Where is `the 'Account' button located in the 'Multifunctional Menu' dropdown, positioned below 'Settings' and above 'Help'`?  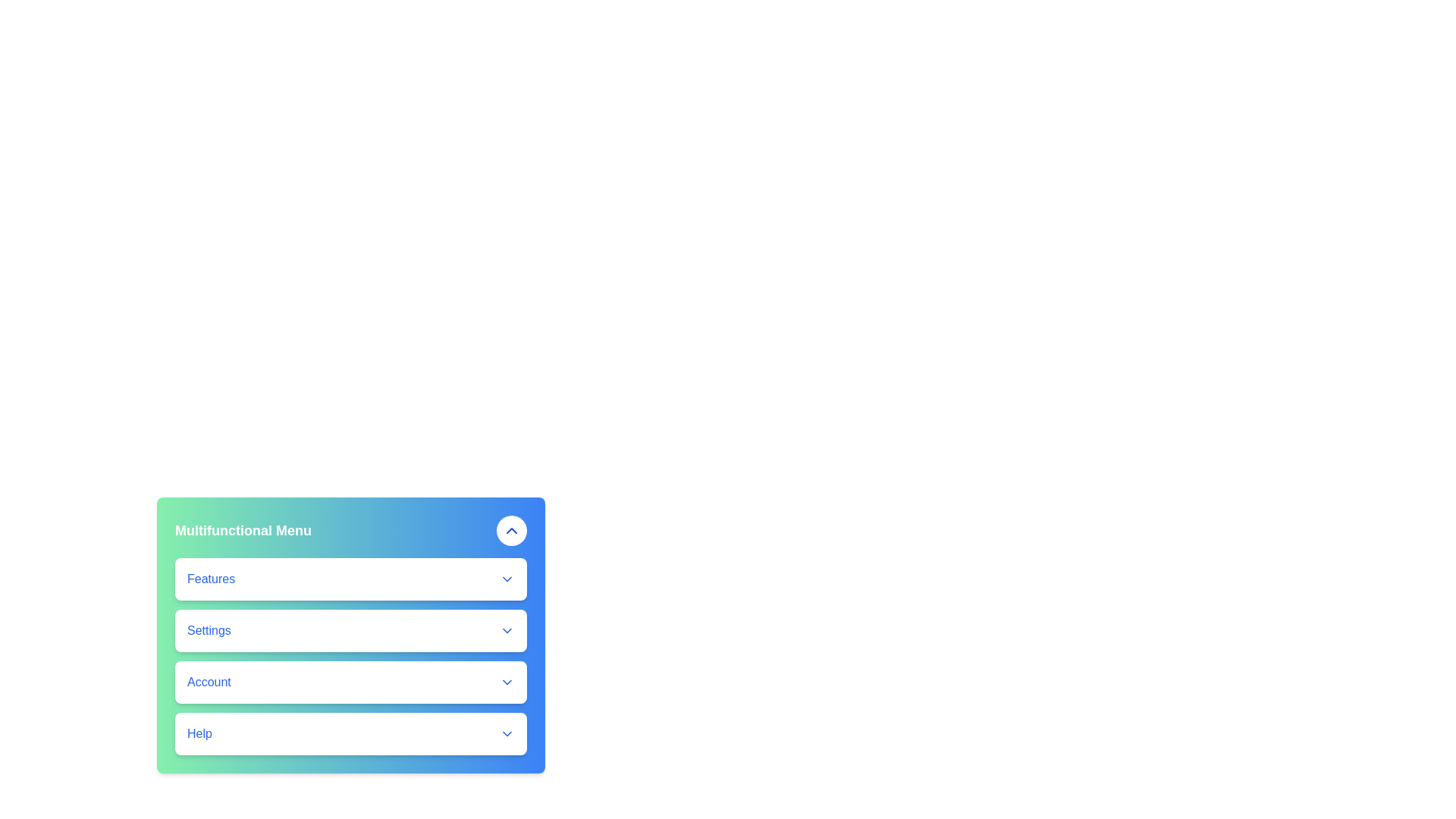
the 'Account' button located in the 'Multifunctional Menu' dropdown, positioned below 'Settings' and above 'Help' is located at coordinates (350, 681).